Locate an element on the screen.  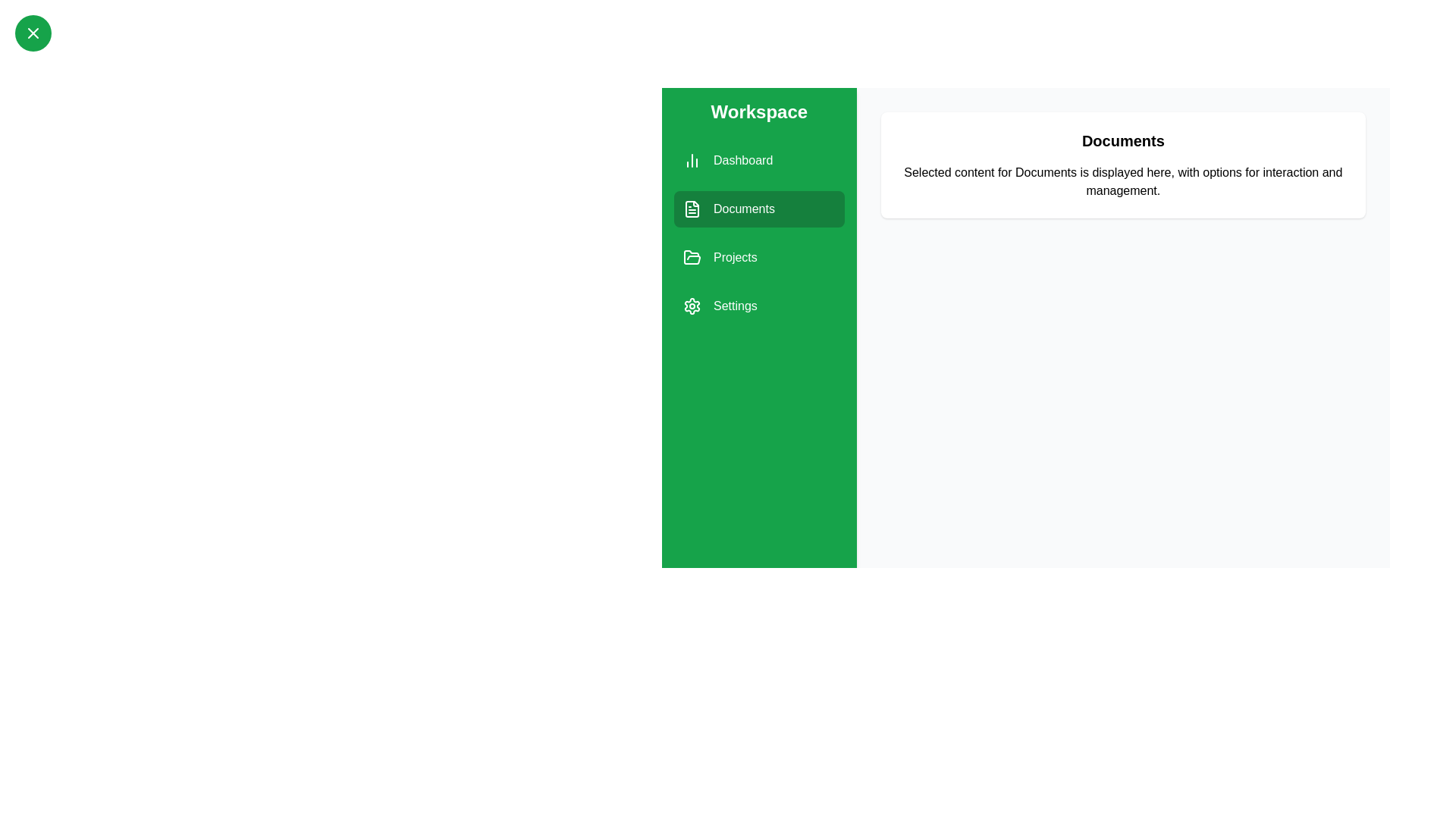
toggle button at the top-left corner of the screen to toggle the sidebar visibility is located at coordinates (33, 33).